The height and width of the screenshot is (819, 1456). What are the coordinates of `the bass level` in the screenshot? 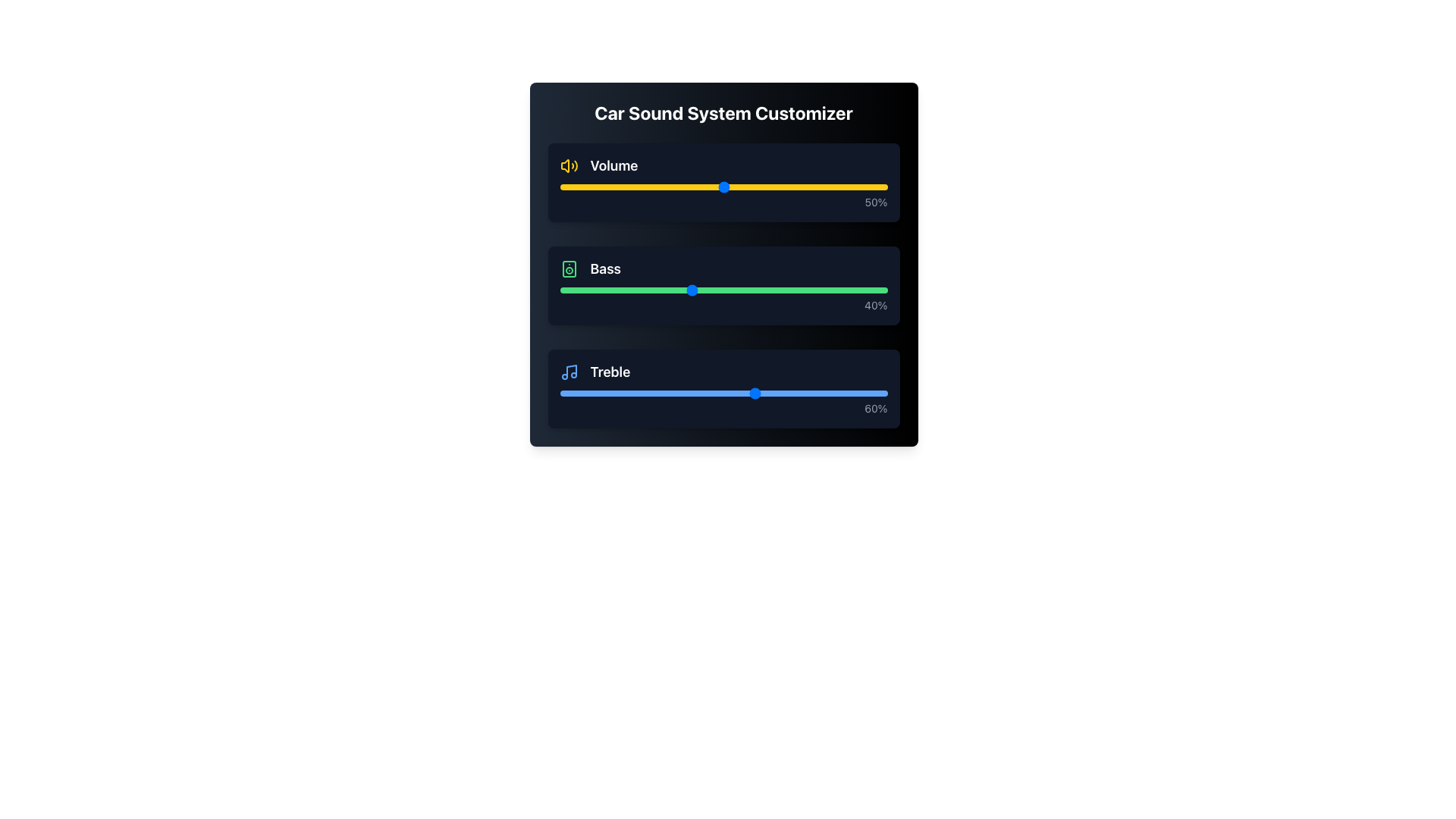 It's located at (645, 290).